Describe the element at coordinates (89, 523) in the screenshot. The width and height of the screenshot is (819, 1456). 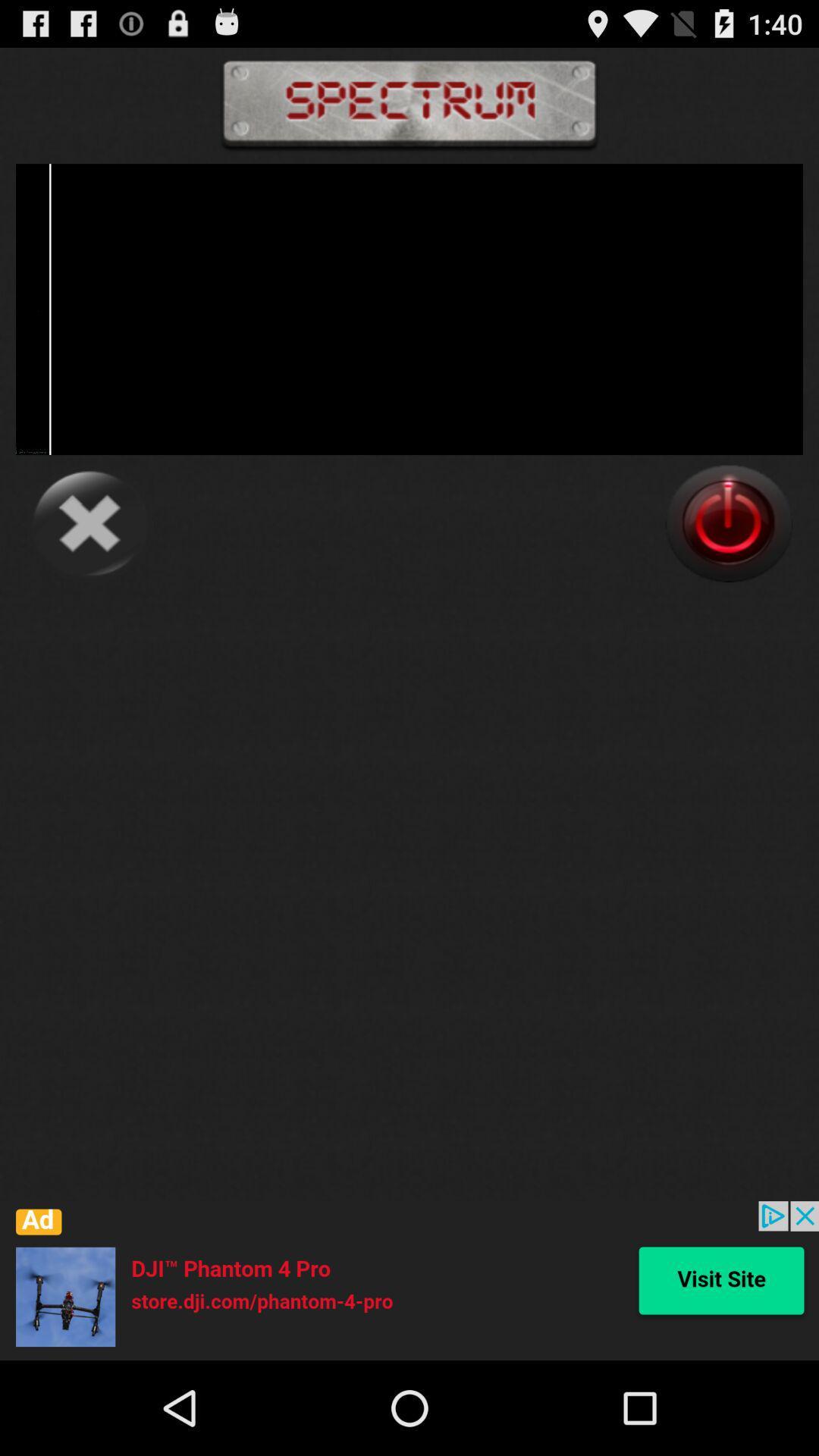
I see `button` at that location.